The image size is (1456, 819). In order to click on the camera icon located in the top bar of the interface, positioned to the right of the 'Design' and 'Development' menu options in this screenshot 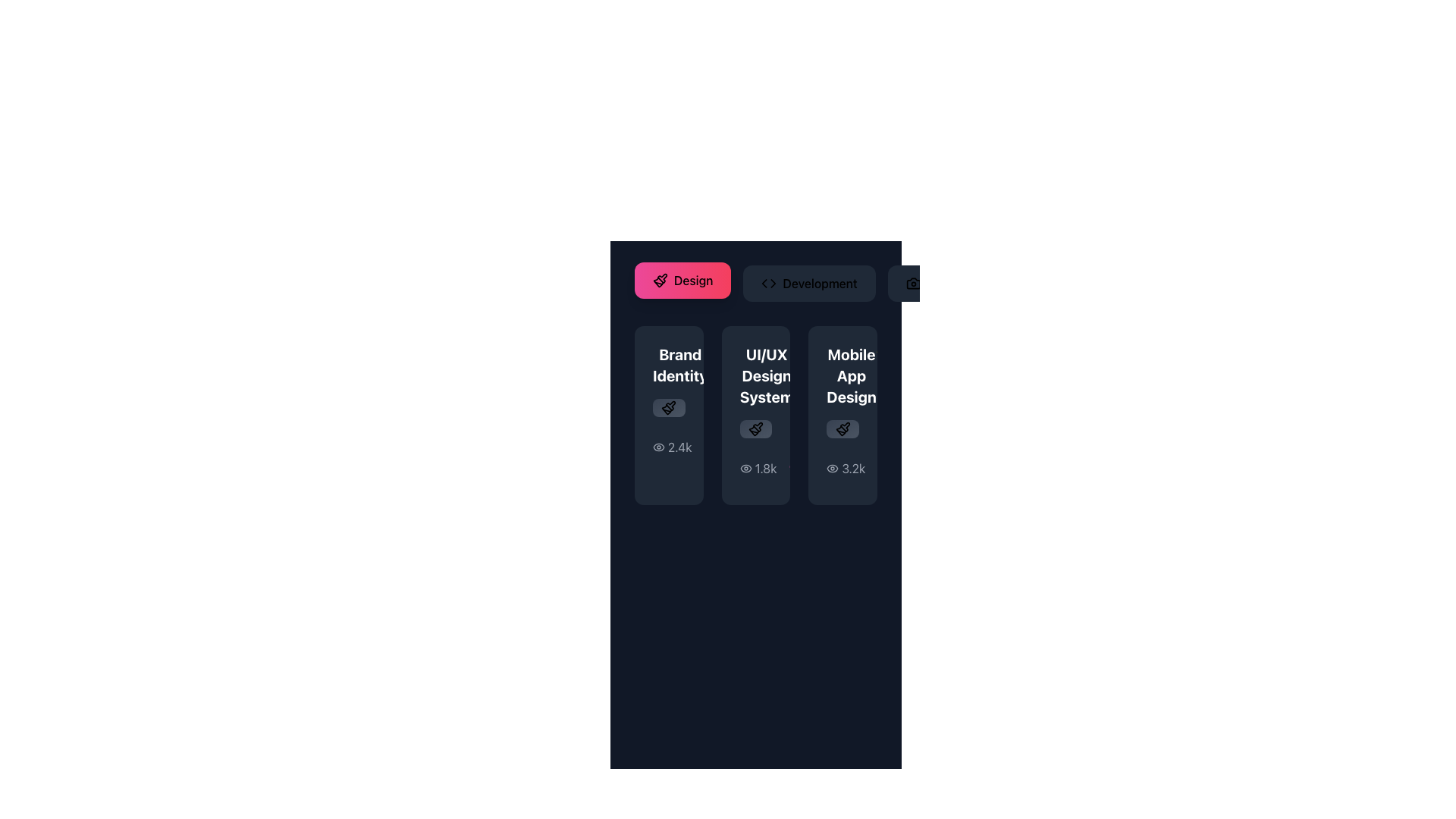, I will do `click(912, 284)`.